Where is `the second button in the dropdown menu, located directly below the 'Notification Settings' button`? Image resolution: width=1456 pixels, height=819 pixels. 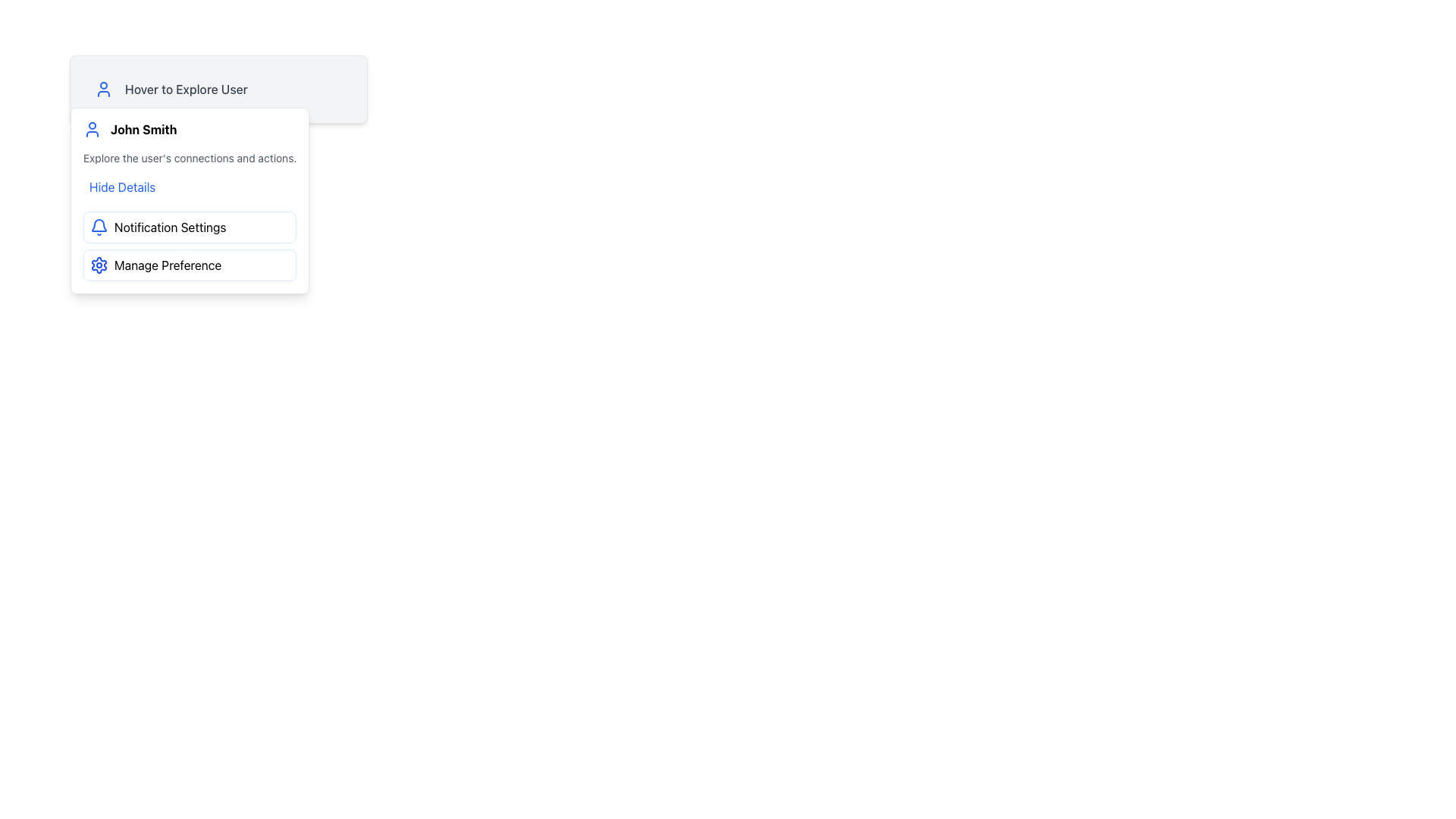 the second button in the dropdown menu, located directly below the 'Notification Settings' button is located at coordinates (189, 265).